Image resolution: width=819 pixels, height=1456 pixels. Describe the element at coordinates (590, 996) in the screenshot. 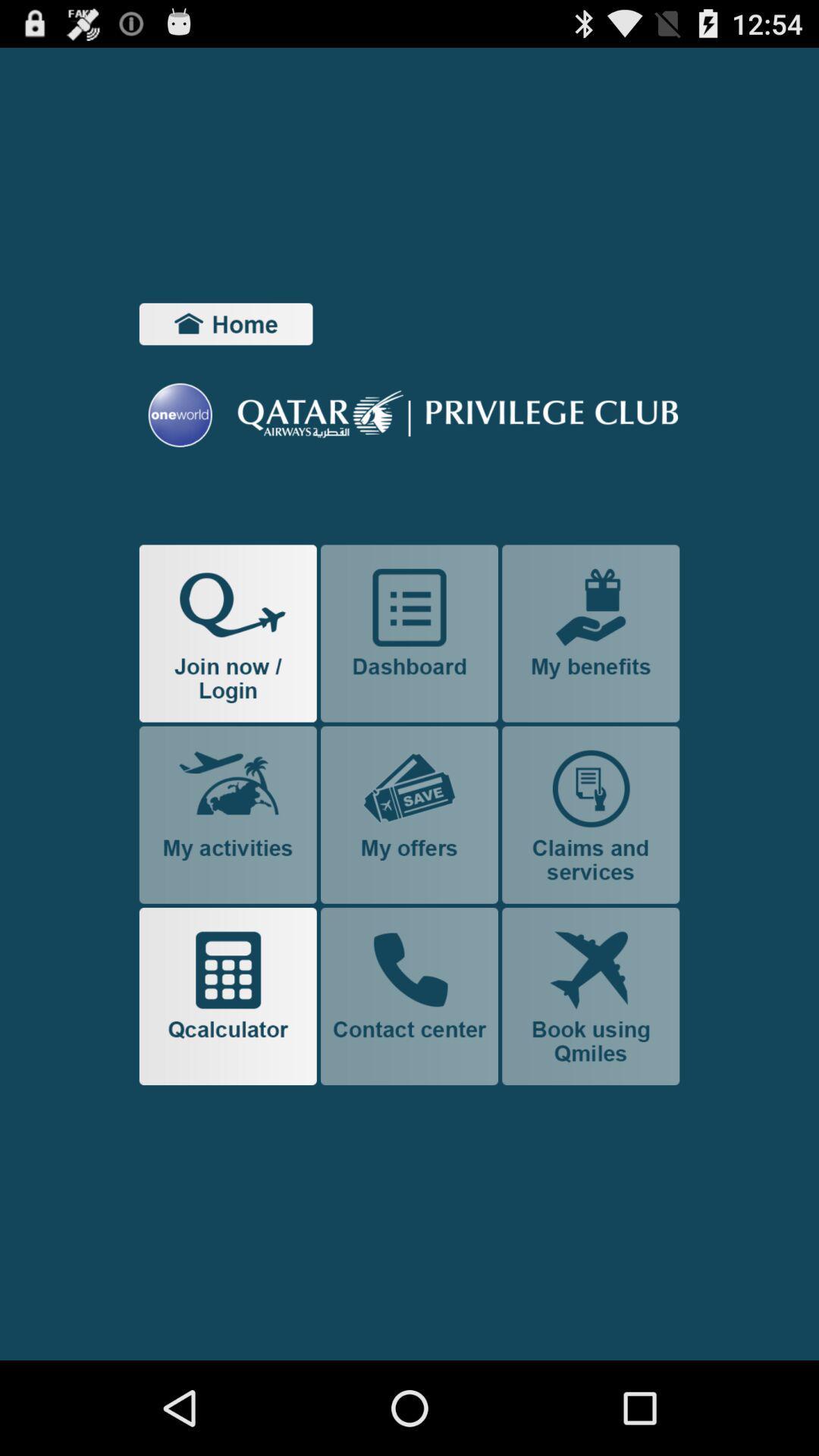

I see `the icon at the bottom right corner` at that location.